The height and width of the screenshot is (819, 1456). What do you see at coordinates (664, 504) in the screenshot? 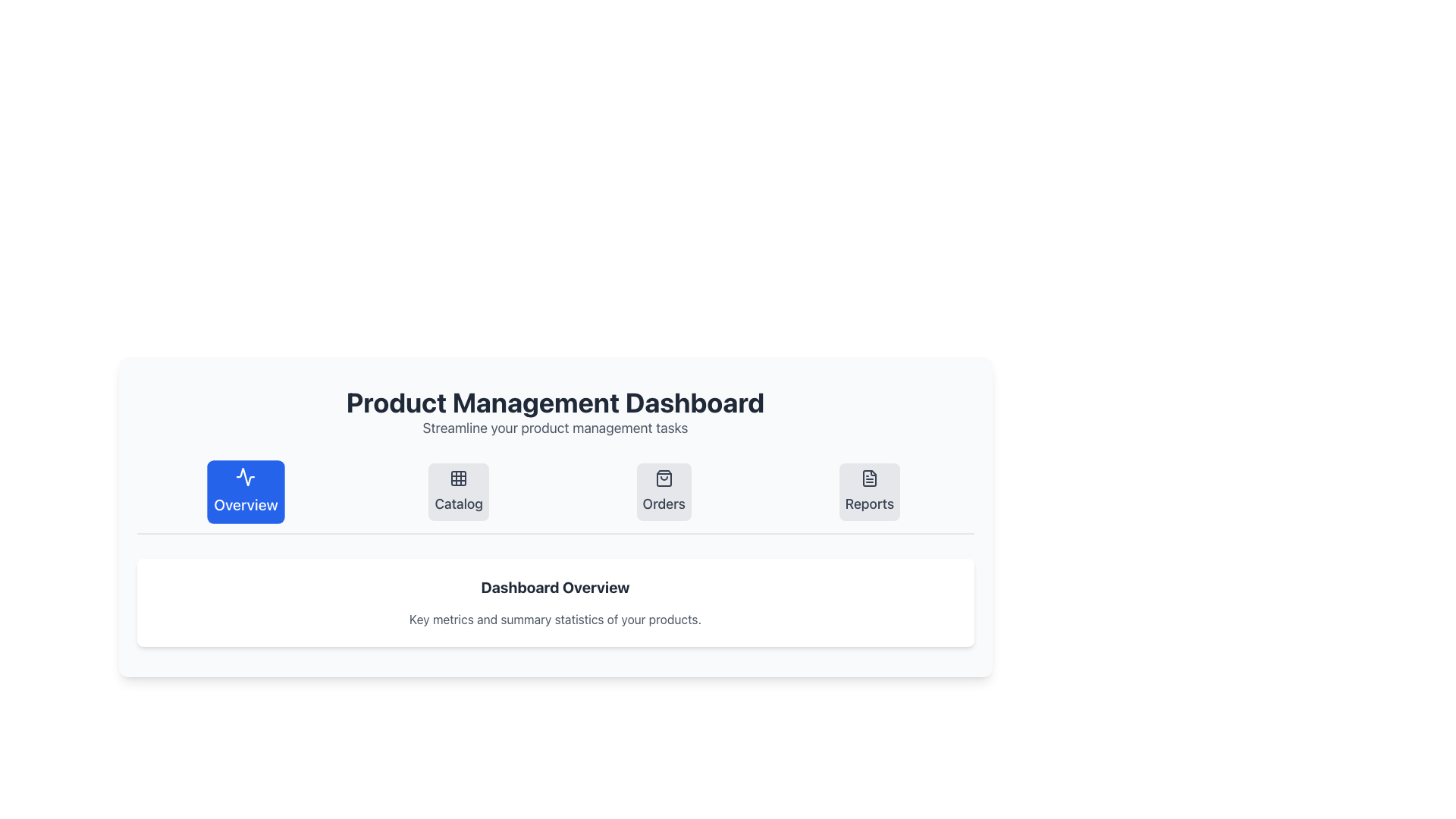
I see `'Orders' text label located below the shopping bag icon in the middle section of the navigation group` at bounding box center [664, 504].